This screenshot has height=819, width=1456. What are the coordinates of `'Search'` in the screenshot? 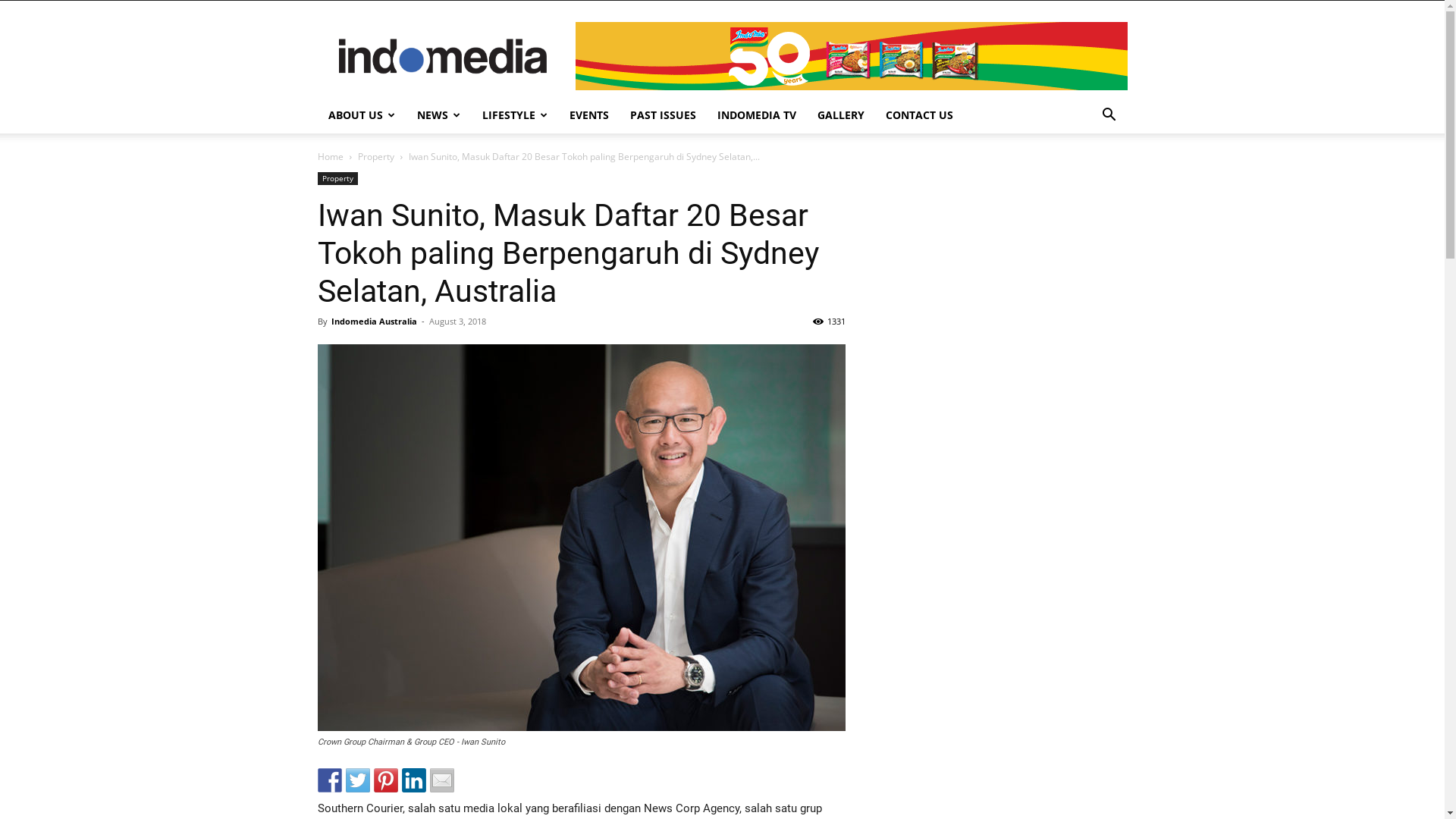 It's located at (1084, 174).